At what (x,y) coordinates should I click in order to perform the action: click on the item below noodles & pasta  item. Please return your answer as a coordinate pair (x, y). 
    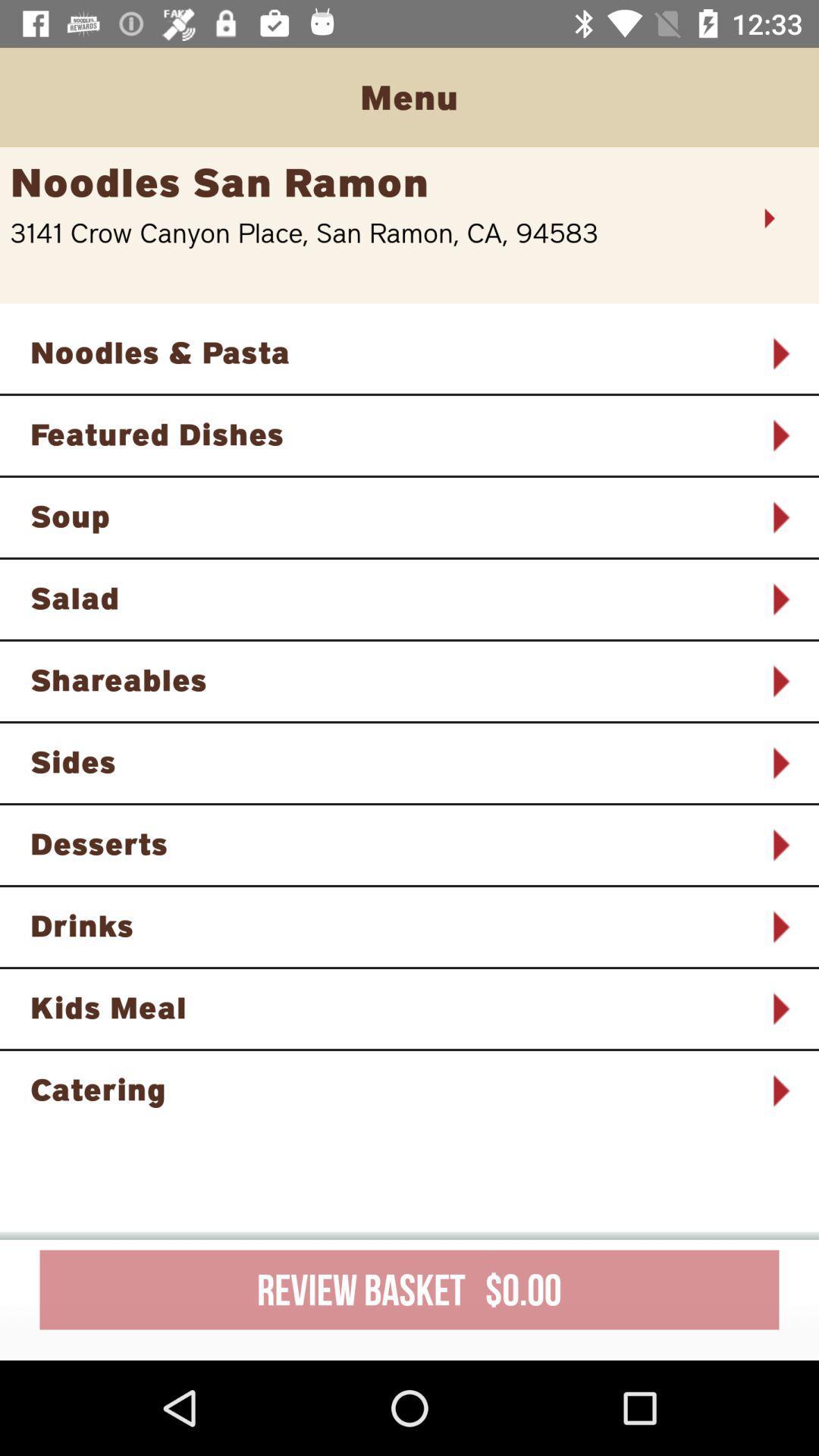
    Looking at the image, I should click on (389, 433).